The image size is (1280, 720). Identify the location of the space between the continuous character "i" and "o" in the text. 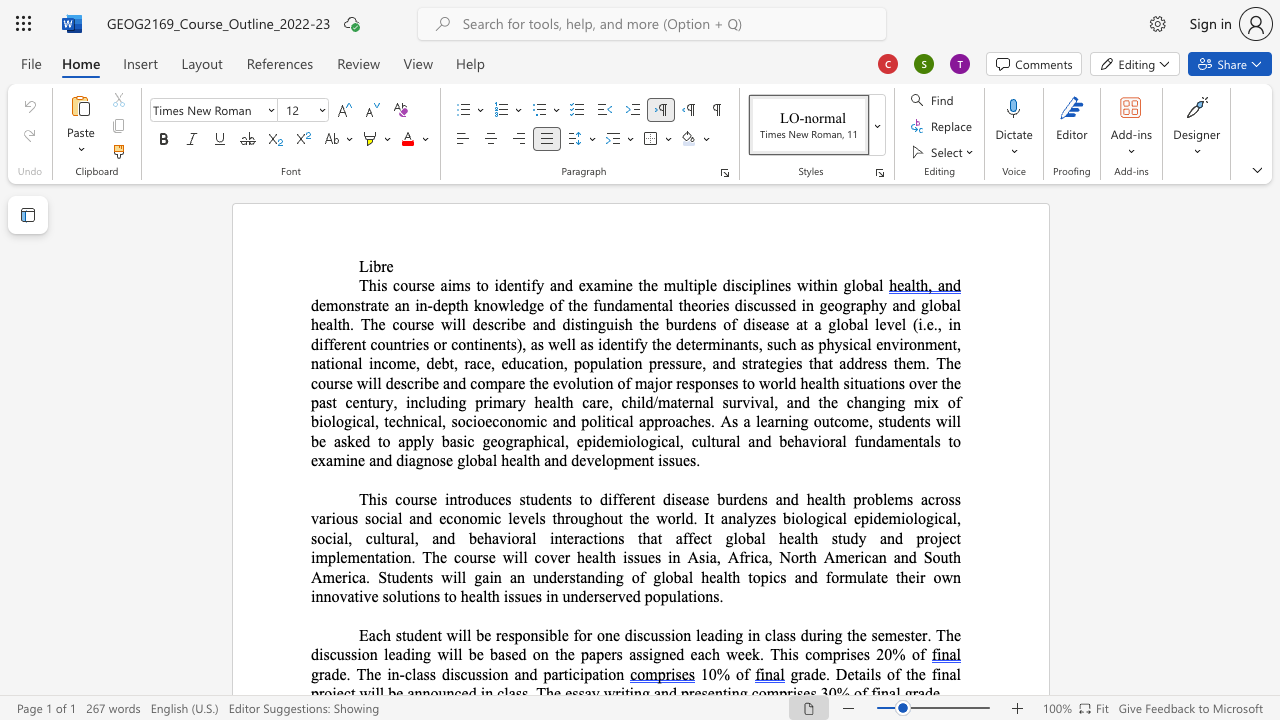
(477, 420).